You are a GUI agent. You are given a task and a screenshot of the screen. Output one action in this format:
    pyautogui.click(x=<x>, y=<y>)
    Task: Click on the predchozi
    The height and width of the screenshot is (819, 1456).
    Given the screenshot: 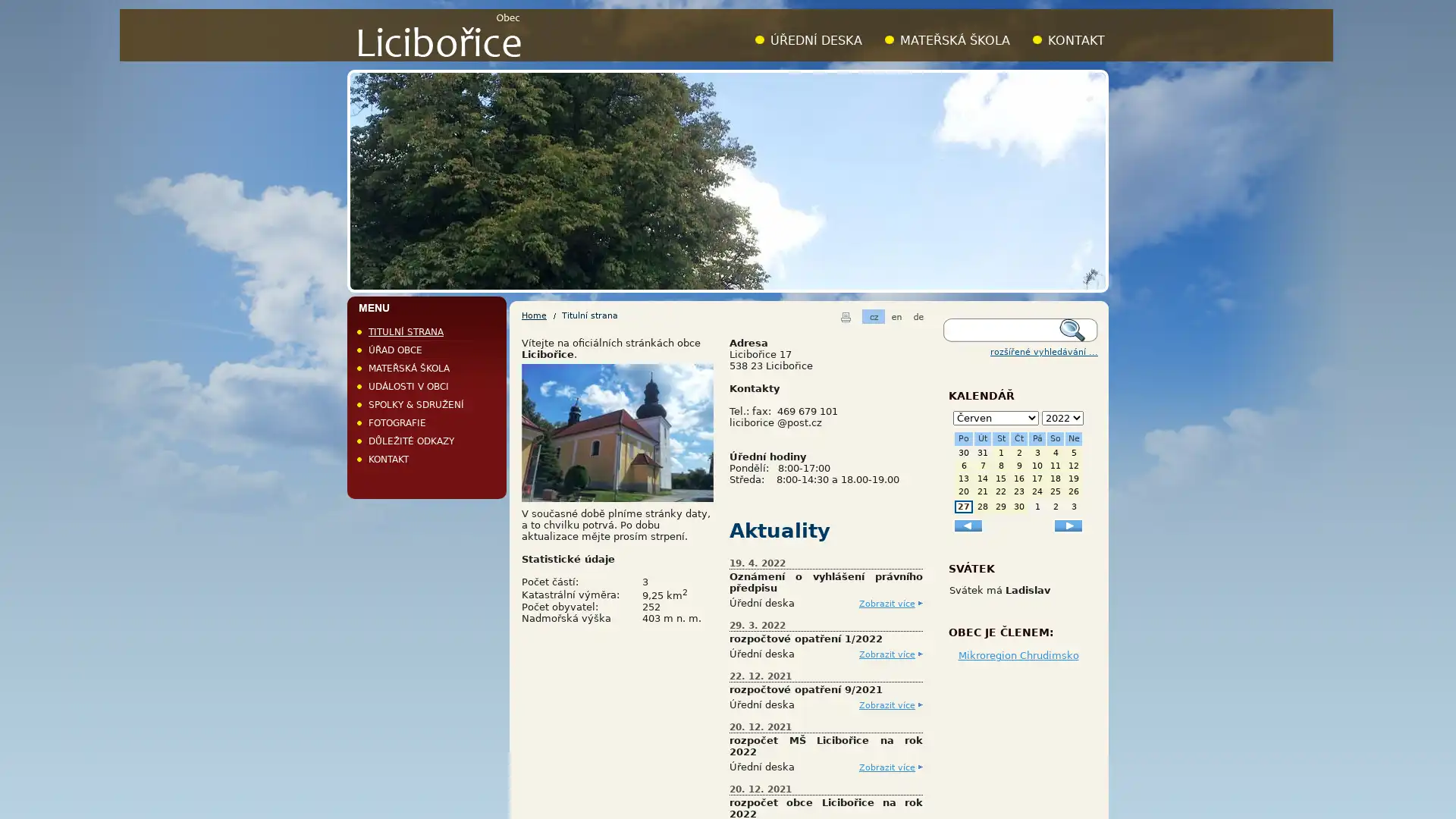 What is the action you would take?
    pyautogui.click(x=967, y=524)
    